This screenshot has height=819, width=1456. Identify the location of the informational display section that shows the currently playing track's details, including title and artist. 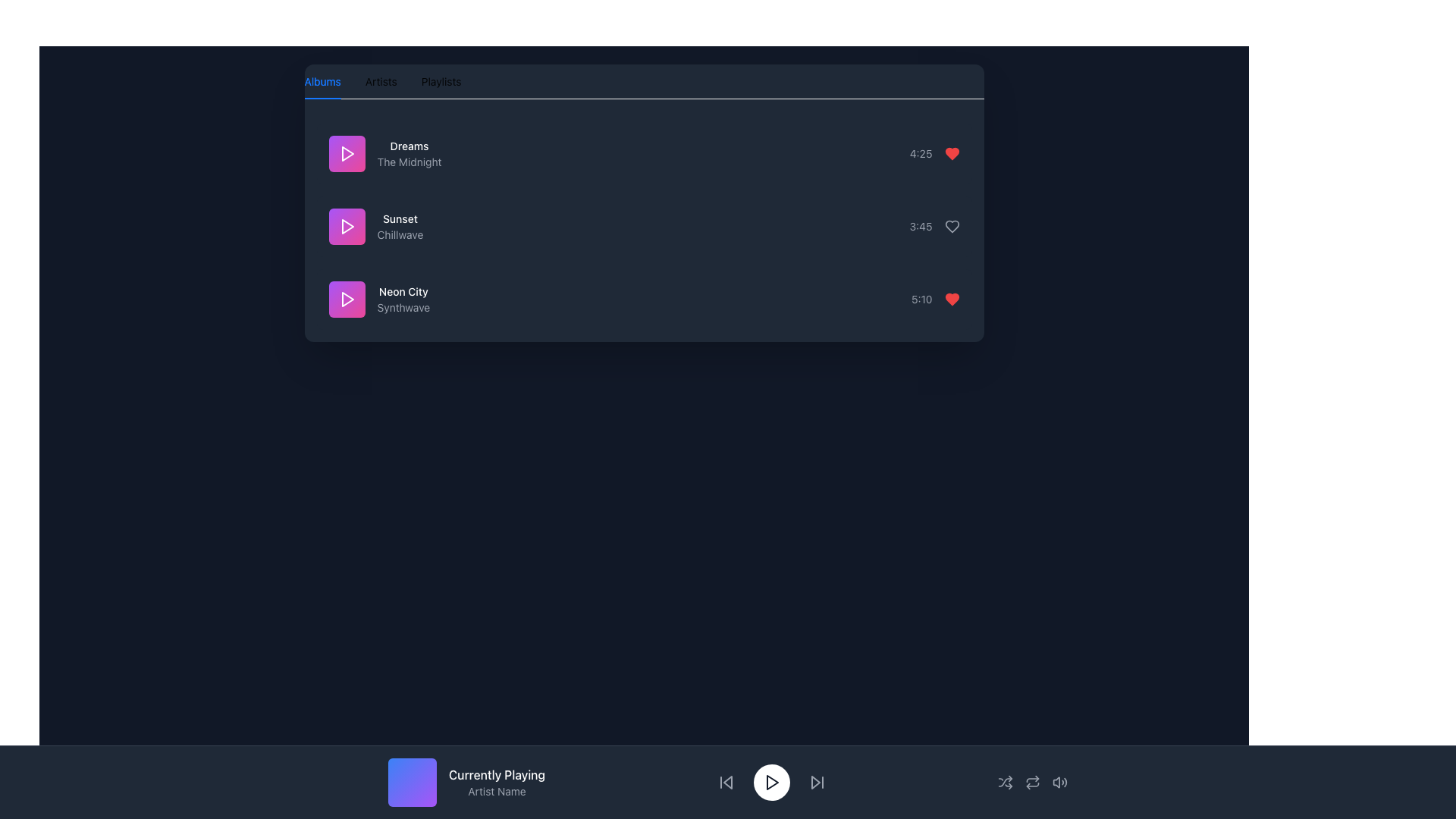
(728, 783).